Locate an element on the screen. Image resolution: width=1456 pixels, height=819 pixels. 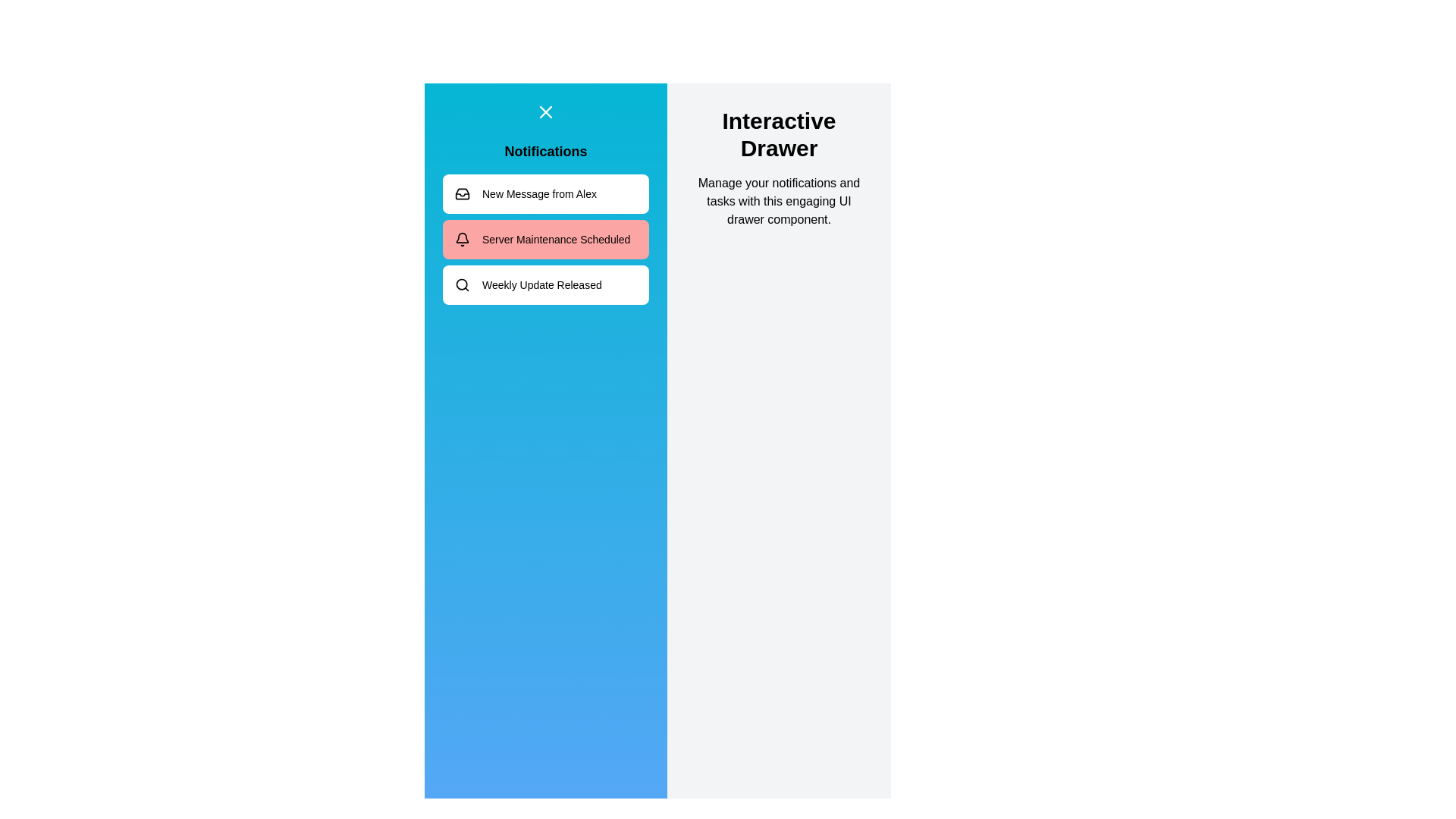
the notification labeled 'Server Maintenance Scheduled' is located at coordinates (546, 239).